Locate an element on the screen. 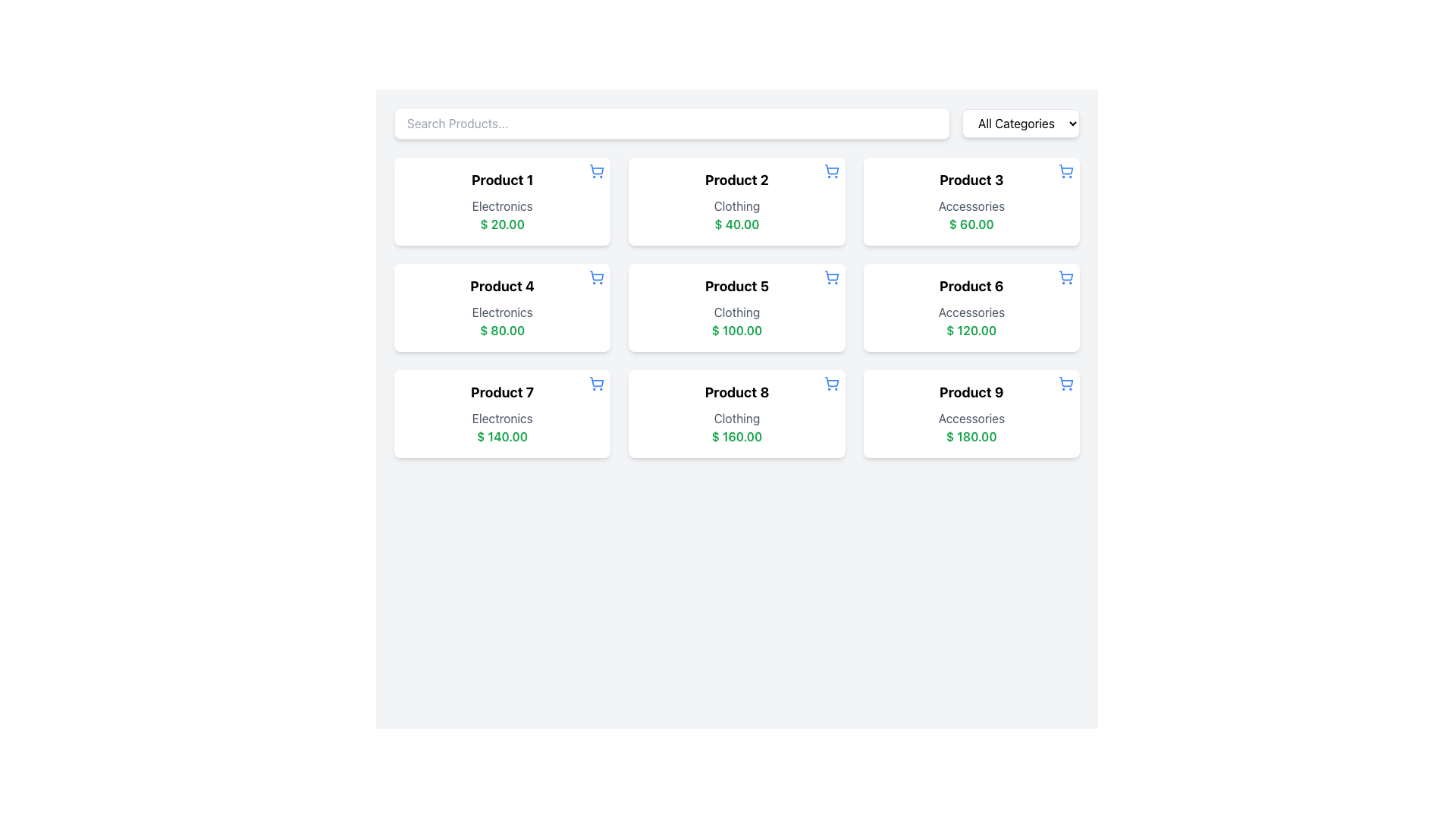 This screenshot has height=819, width=1456. the Text label indicating the category of 'Product 9', which is positioned beneath the title and above the price information is located at coordinates (971, 418).